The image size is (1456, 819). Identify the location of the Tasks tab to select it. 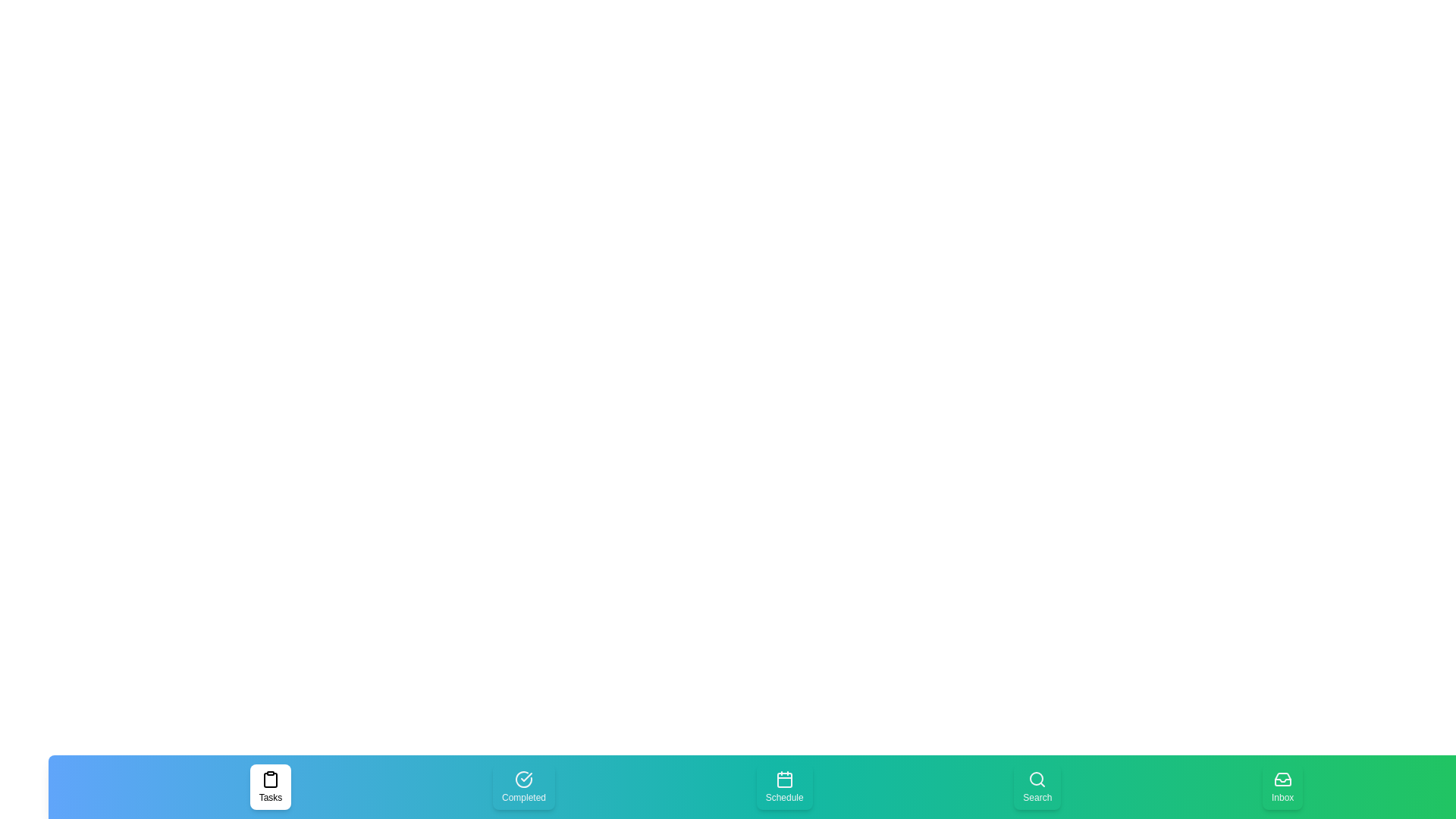
(270, 786).